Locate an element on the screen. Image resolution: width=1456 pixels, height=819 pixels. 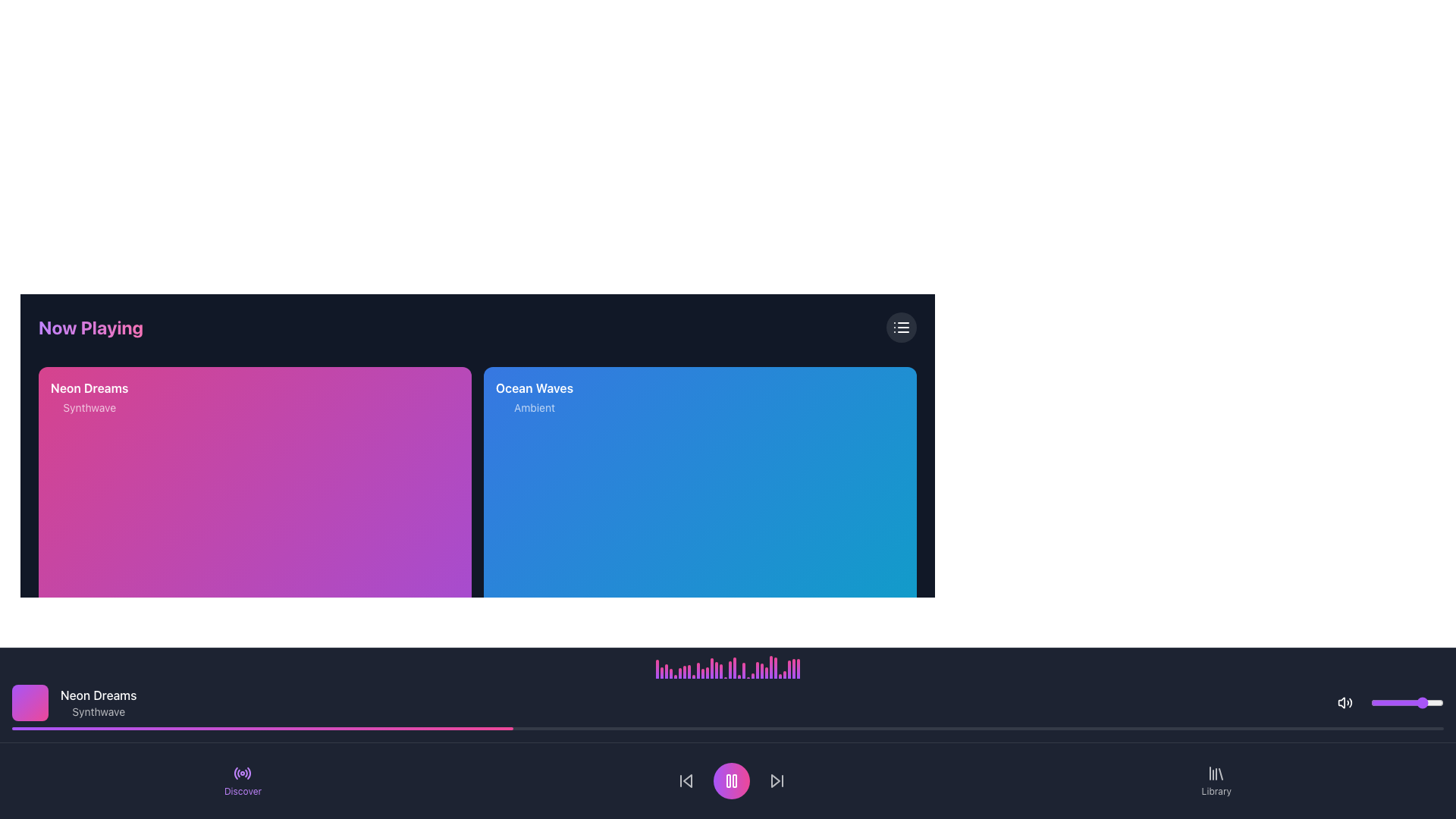
the slider is located at coordinates (1372, 702).